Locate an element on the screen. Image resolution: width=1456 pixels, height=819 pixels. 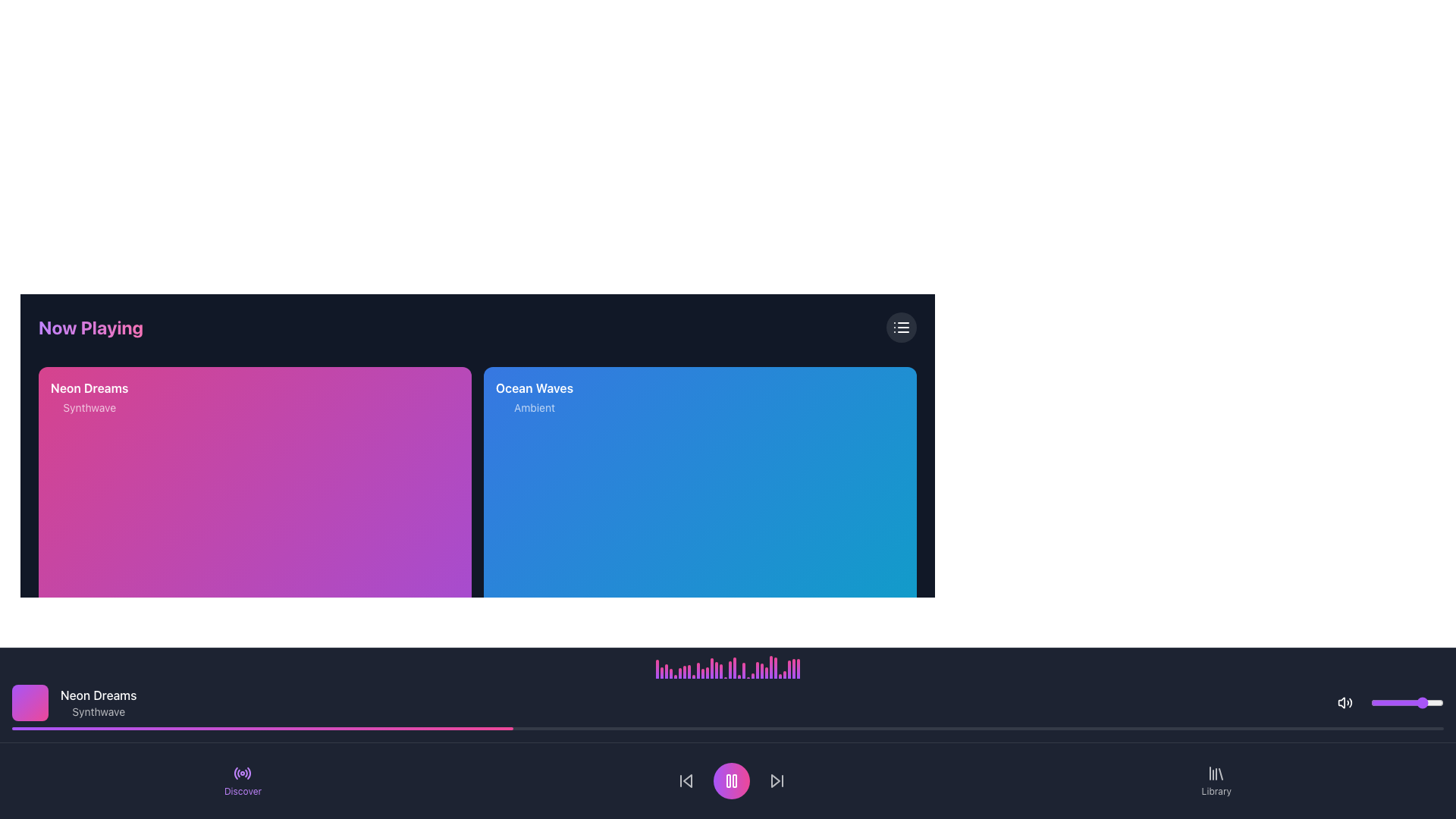
the slider is located at coordinates (1372, 702).